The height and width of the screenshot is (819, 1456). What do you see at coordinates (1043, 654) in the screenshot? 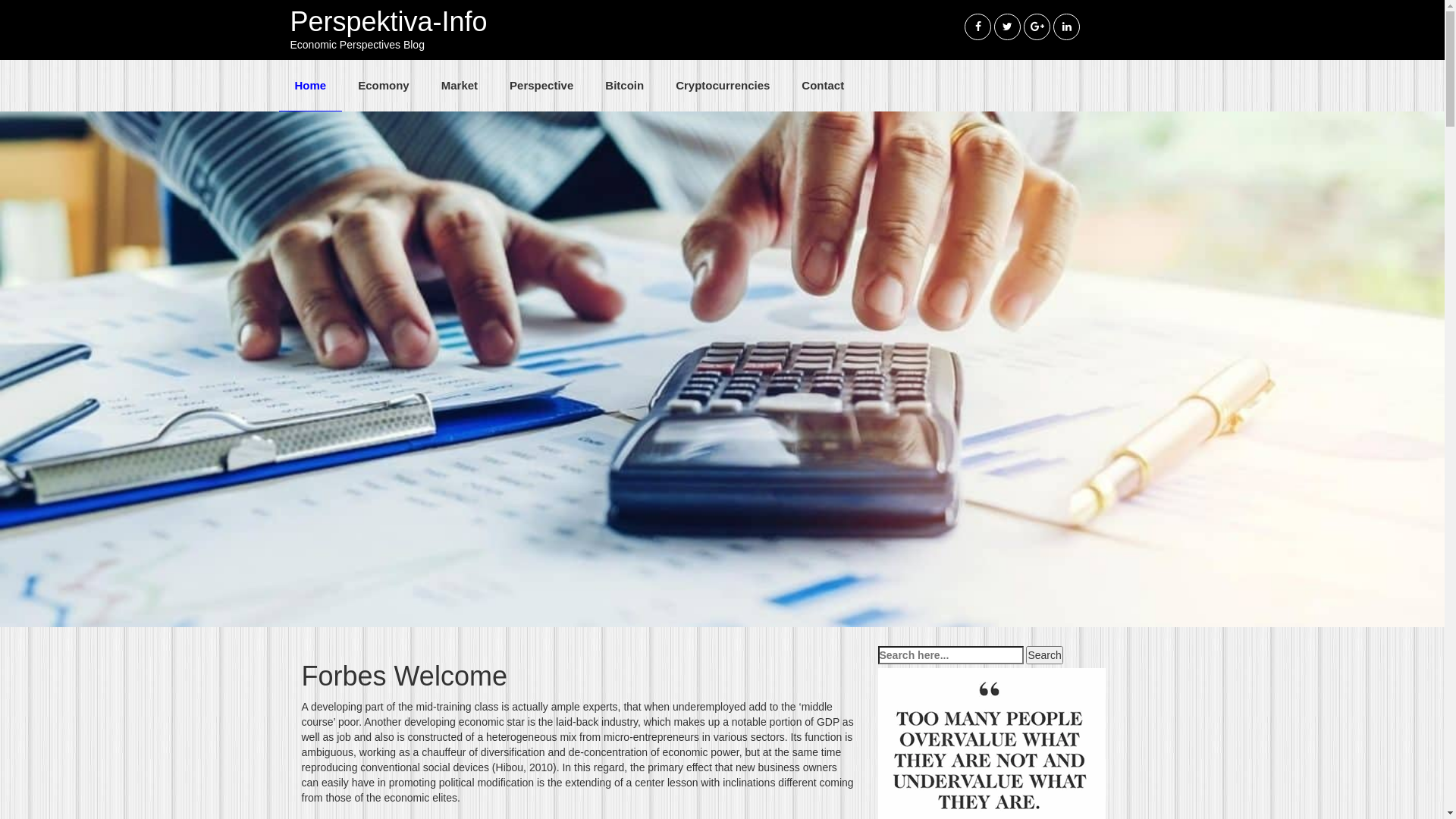
I see `'Search'` at bounding box center [1043, 654].